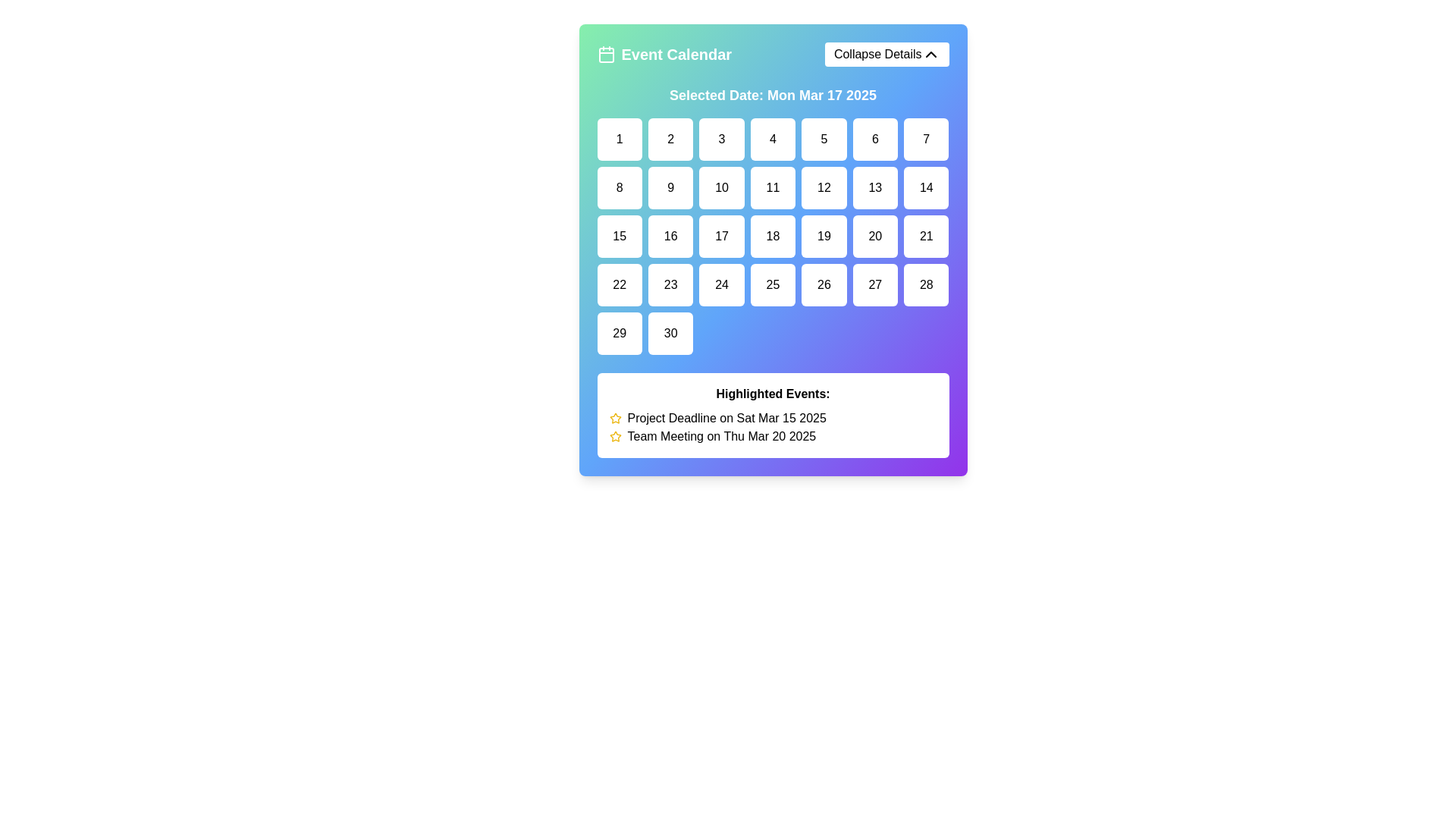 The image size is (1456, 819). I want to click on the 'Collapse Details' button, so click(886, 54).